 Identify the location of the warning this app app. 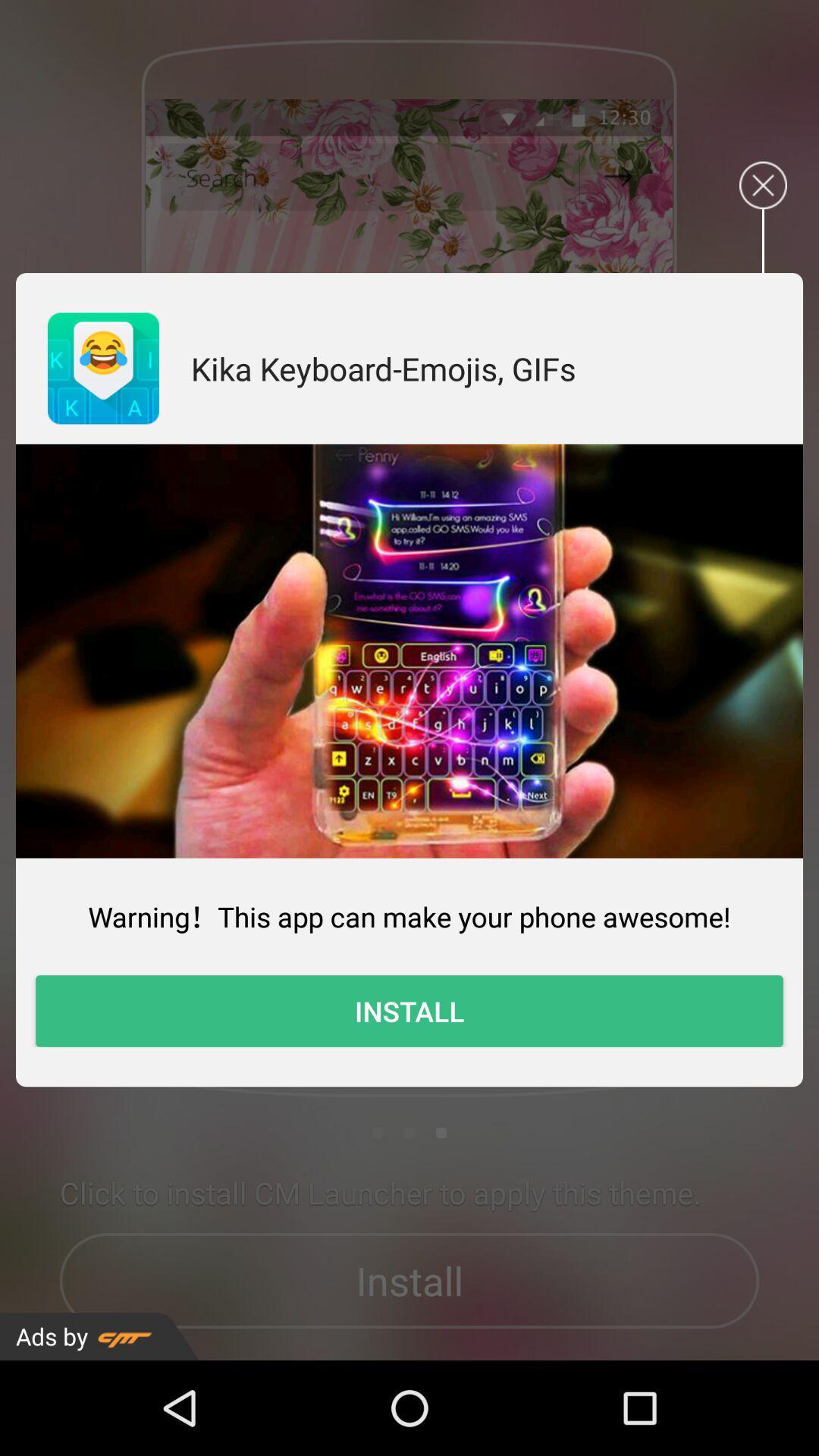
(409, 916).